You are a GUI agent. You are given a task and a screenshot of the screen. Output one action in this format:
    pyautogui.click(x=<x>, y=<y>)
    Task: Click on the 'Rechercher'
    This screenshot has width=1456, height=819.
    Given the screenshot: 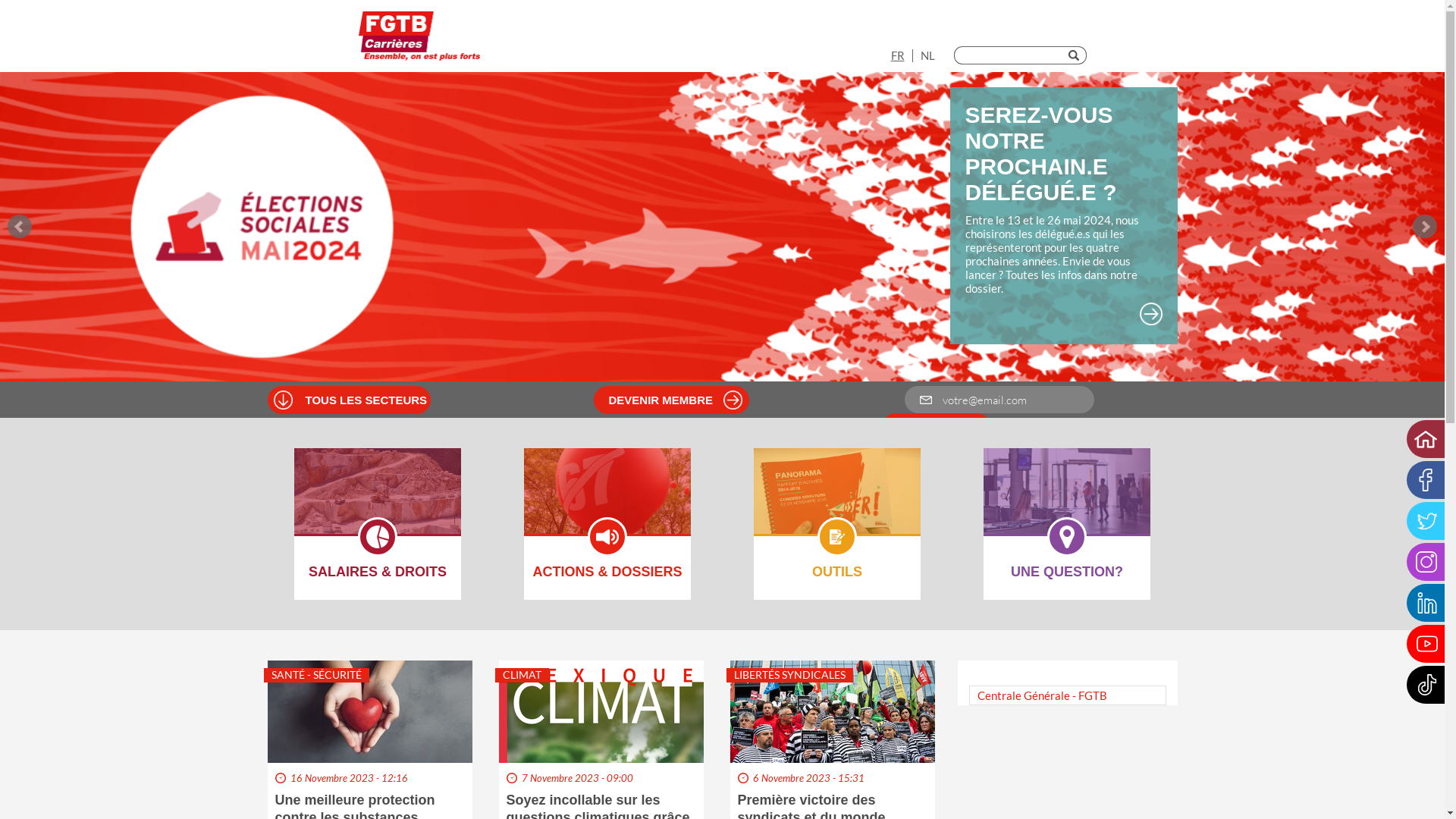 What is the action you would take?
    pyautogui.click(x=1076, y=55)
    